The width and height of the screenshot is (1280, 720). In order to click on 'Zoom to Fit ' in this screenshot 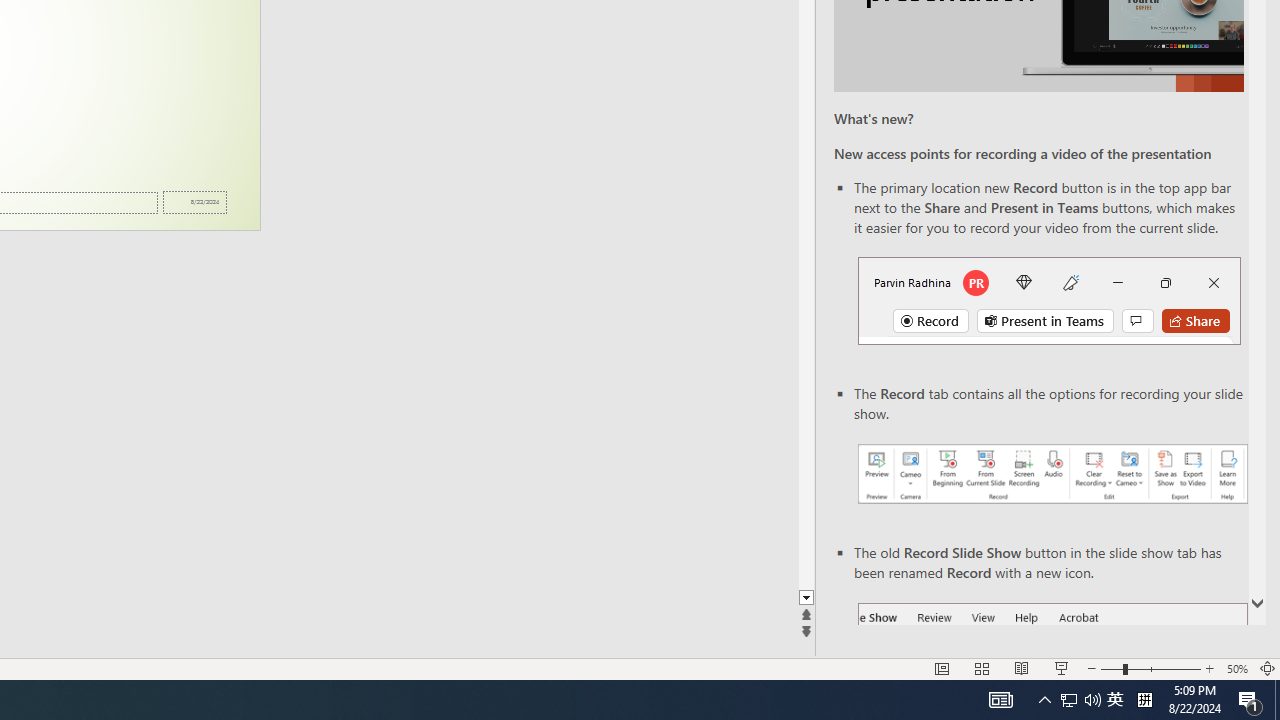, I will do `click(1266, 669)`.